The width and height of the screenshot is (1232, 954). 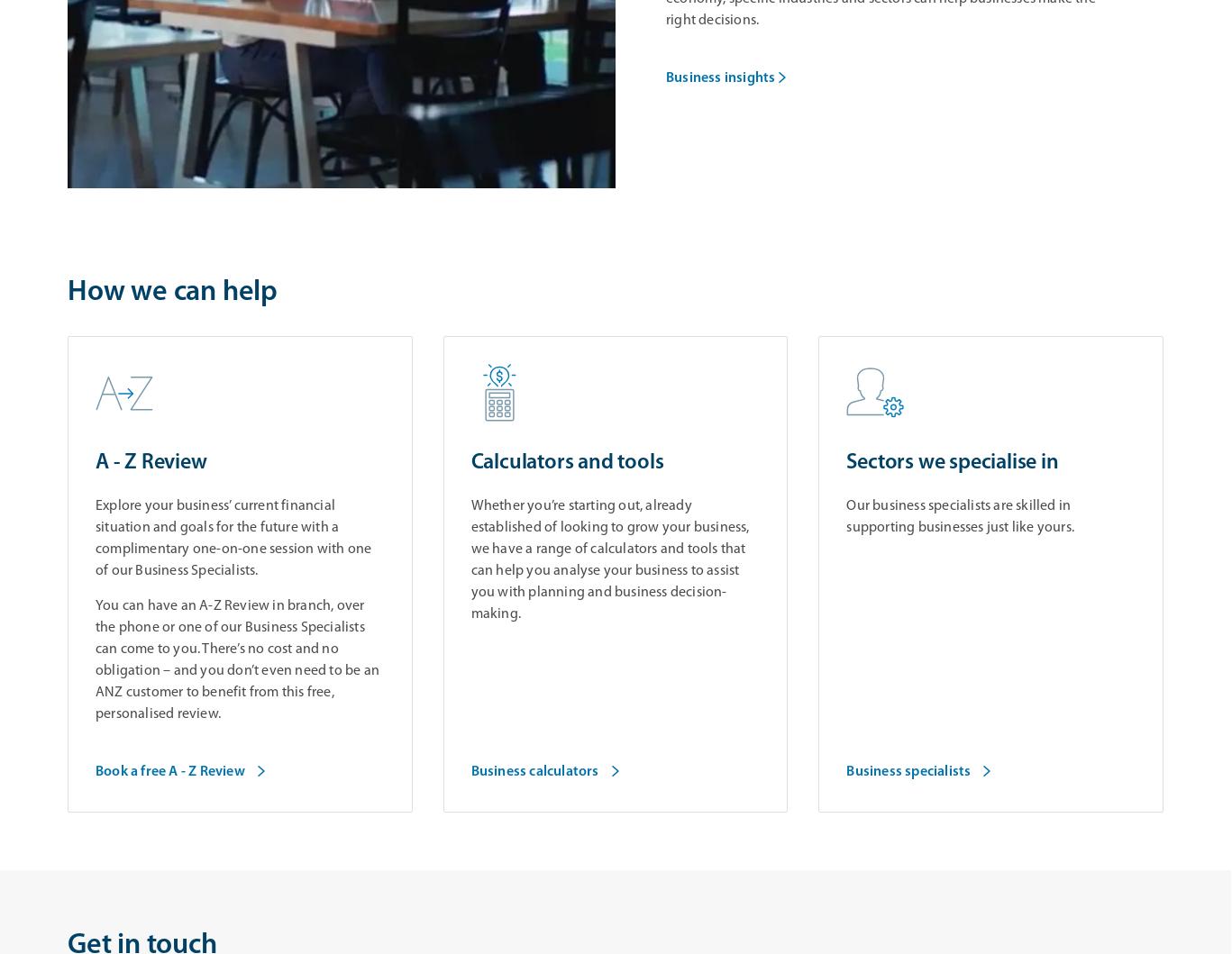 What do you see at coordinates (169, 772) in the screenshot?
I see `'Book a free A - Z Review'` at bounding box center [169, 772].